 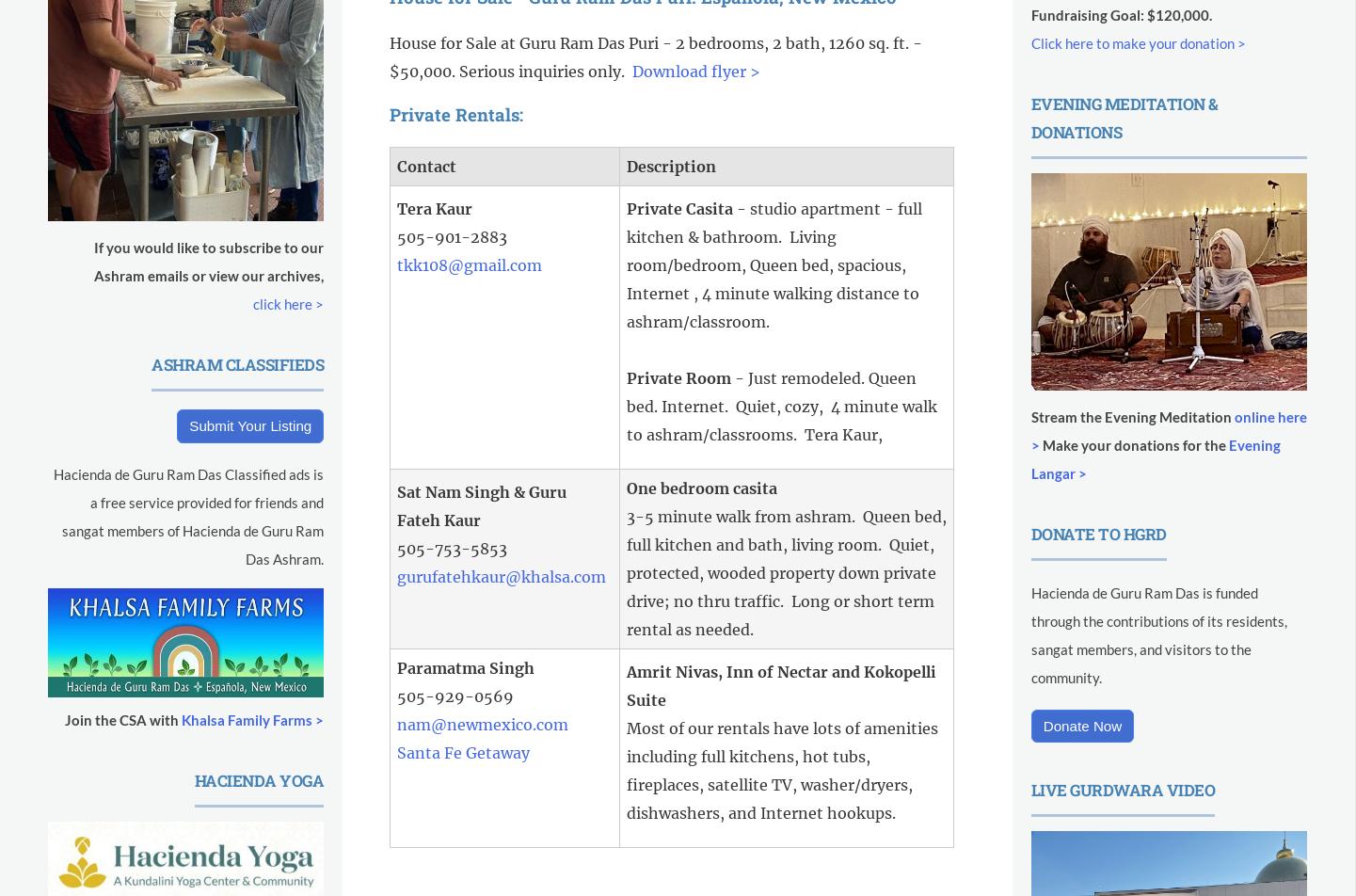 I want to click on 'Click here to make your donation >', so click(x=1137, y=42).